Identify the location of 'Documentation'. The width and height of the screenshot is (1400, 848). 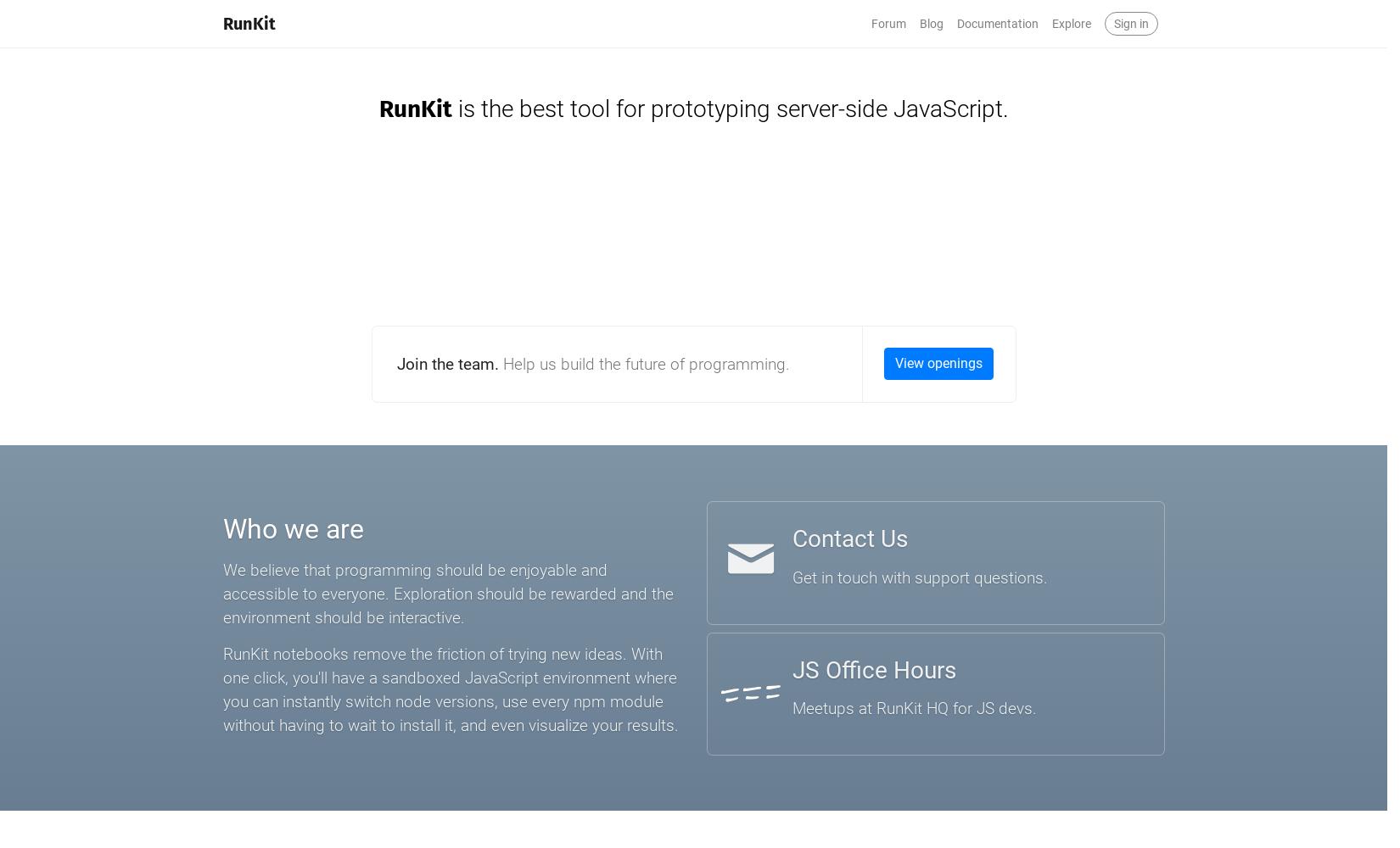
(955, 23).